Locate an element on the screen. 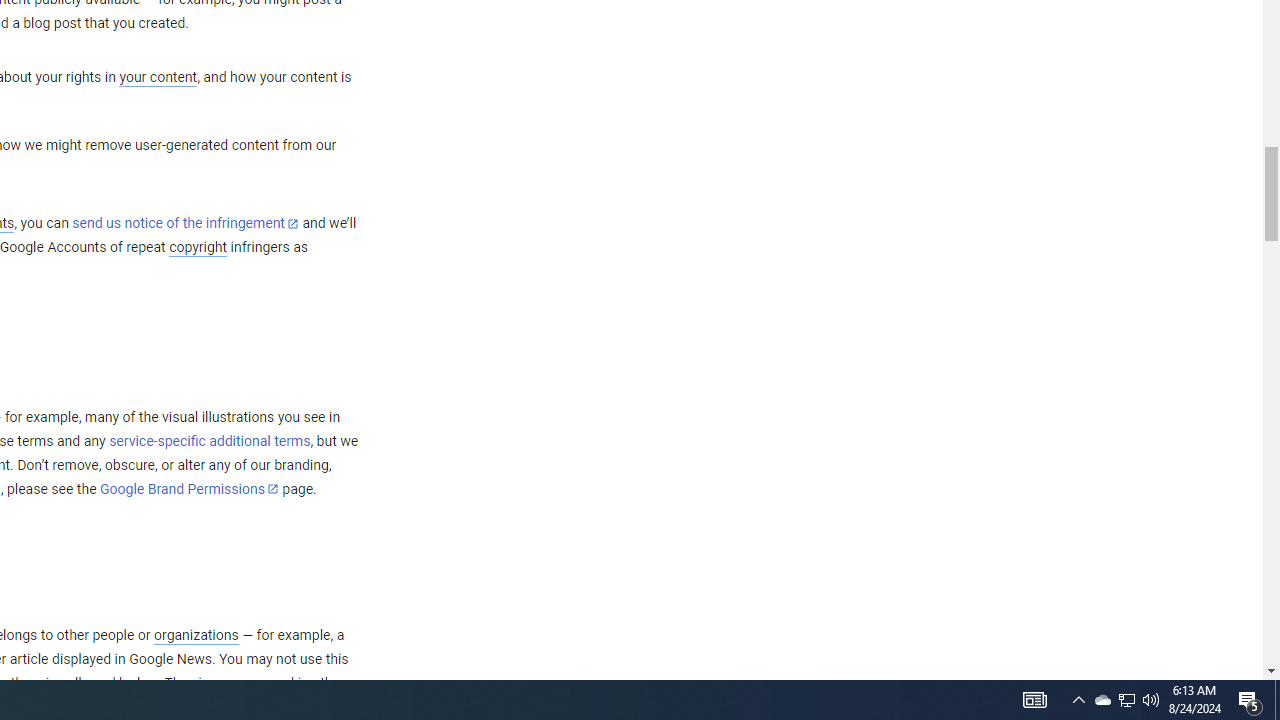 This screenshot has width=1280, height=720. 'send us notice of the infringement' is located at coordinates (185, 224).